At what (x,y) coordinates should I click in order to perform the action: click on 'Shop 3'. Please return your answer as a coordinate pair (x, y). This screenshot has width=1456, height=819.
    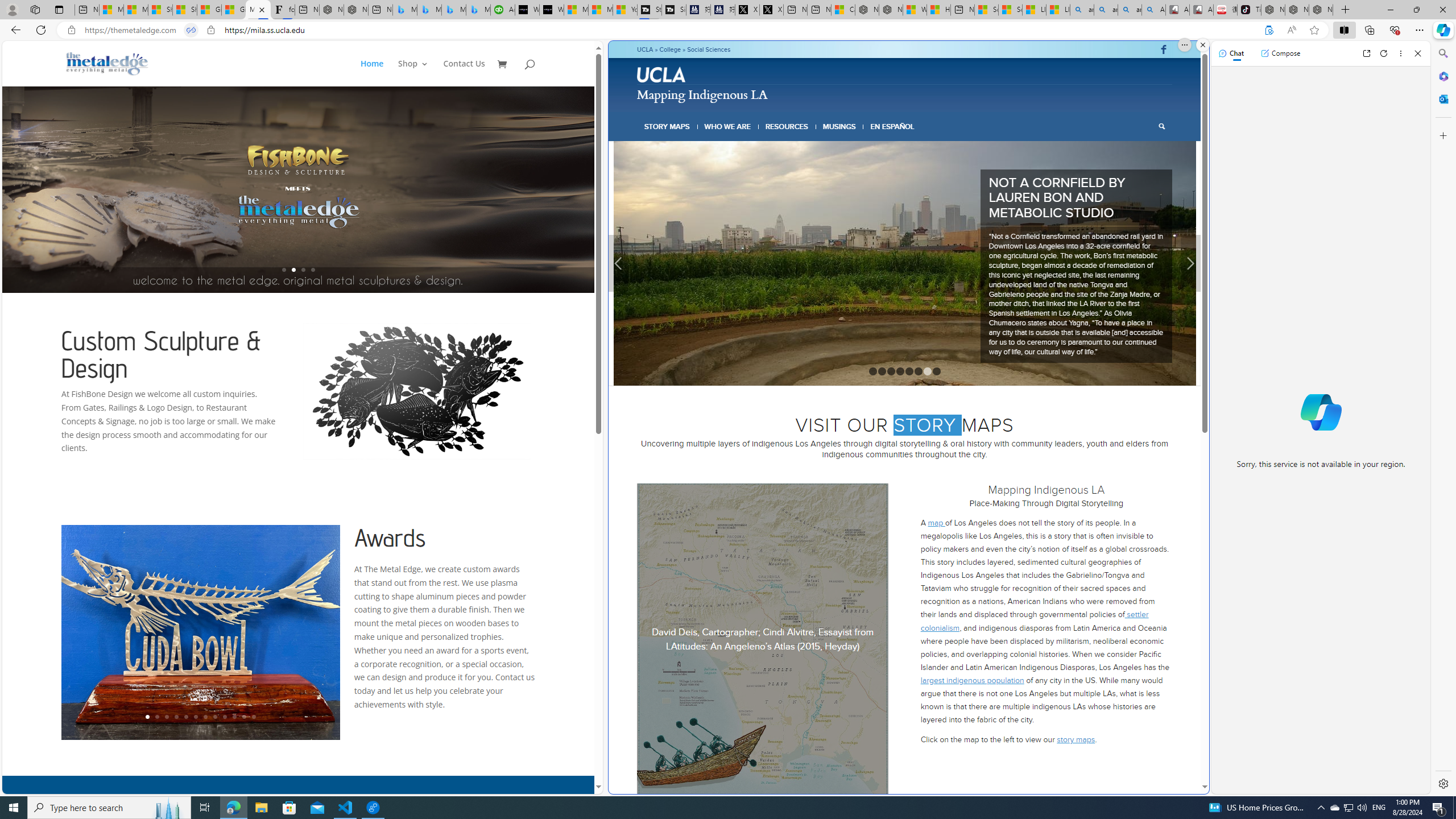
    Looking at the image, I should click on (413, 72).